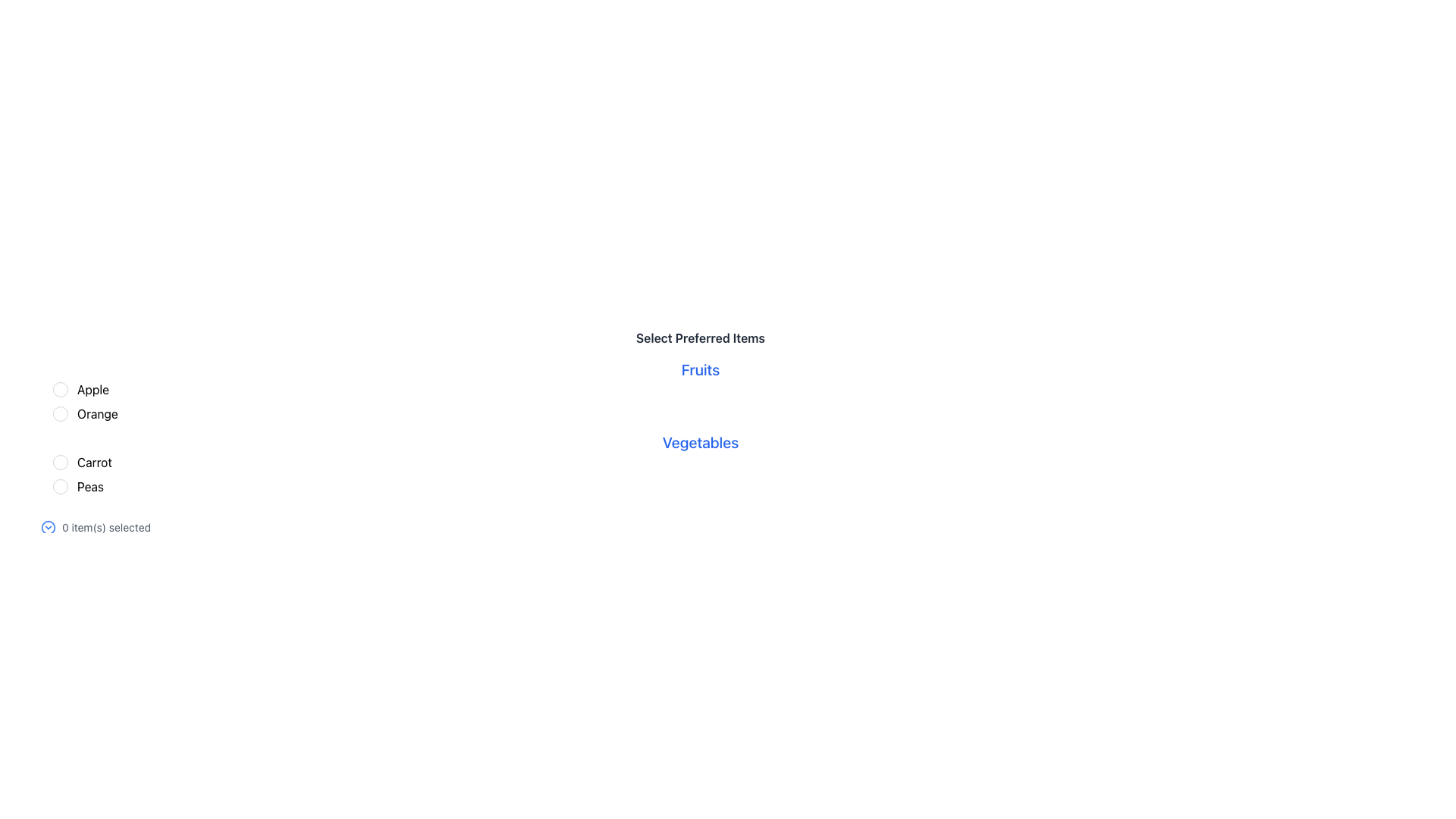  Describe the element at coordinates (61, 414) in the screenshot. I see `the radio button for 'Orange'` at that location.